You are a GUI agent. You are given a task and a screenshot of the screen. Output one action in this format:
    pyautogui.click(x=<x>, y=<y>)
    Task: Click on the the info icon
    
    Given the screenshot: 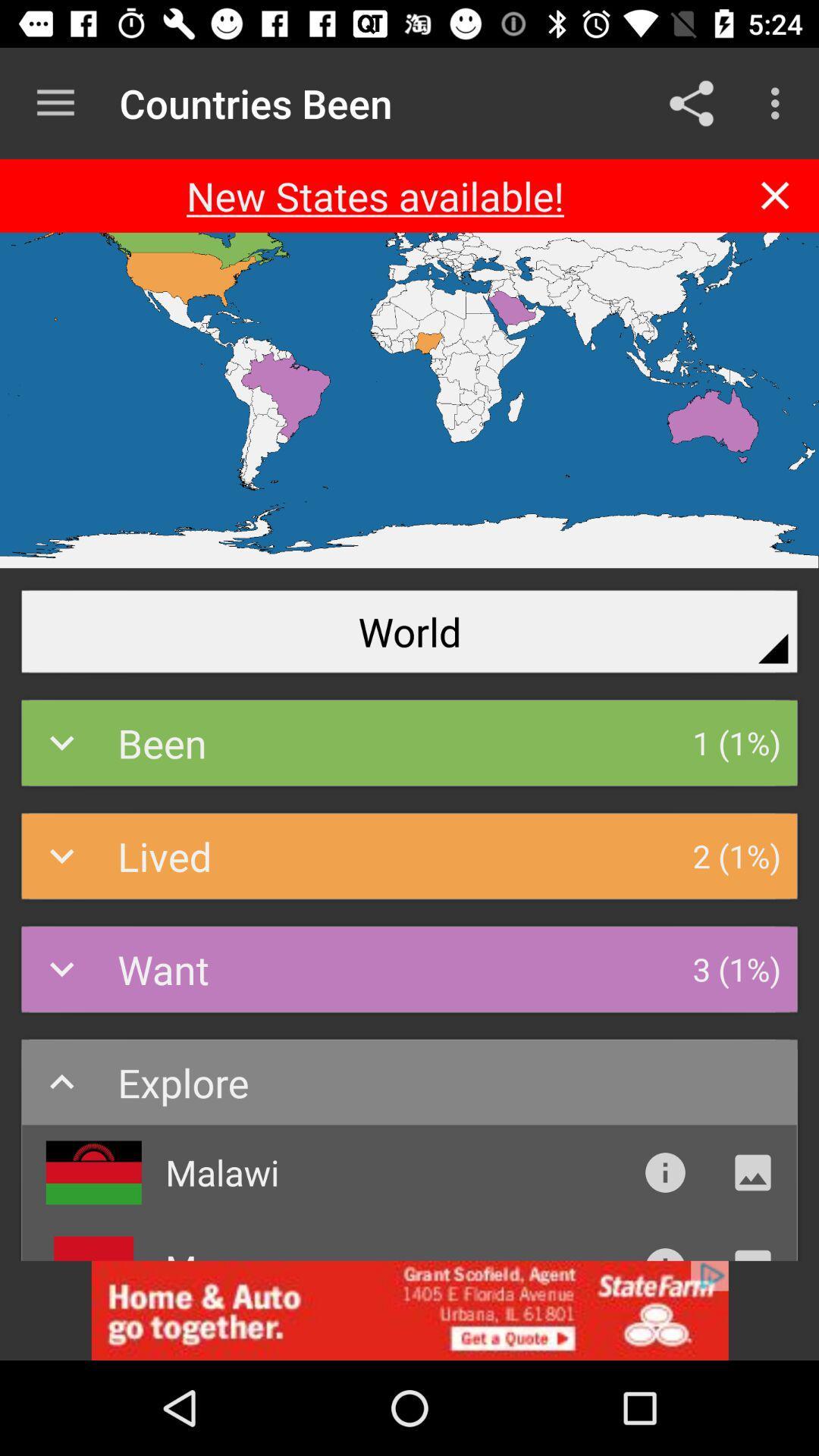 What is the action you would take?
    pyautogui.click(x=664, y=1172)
    